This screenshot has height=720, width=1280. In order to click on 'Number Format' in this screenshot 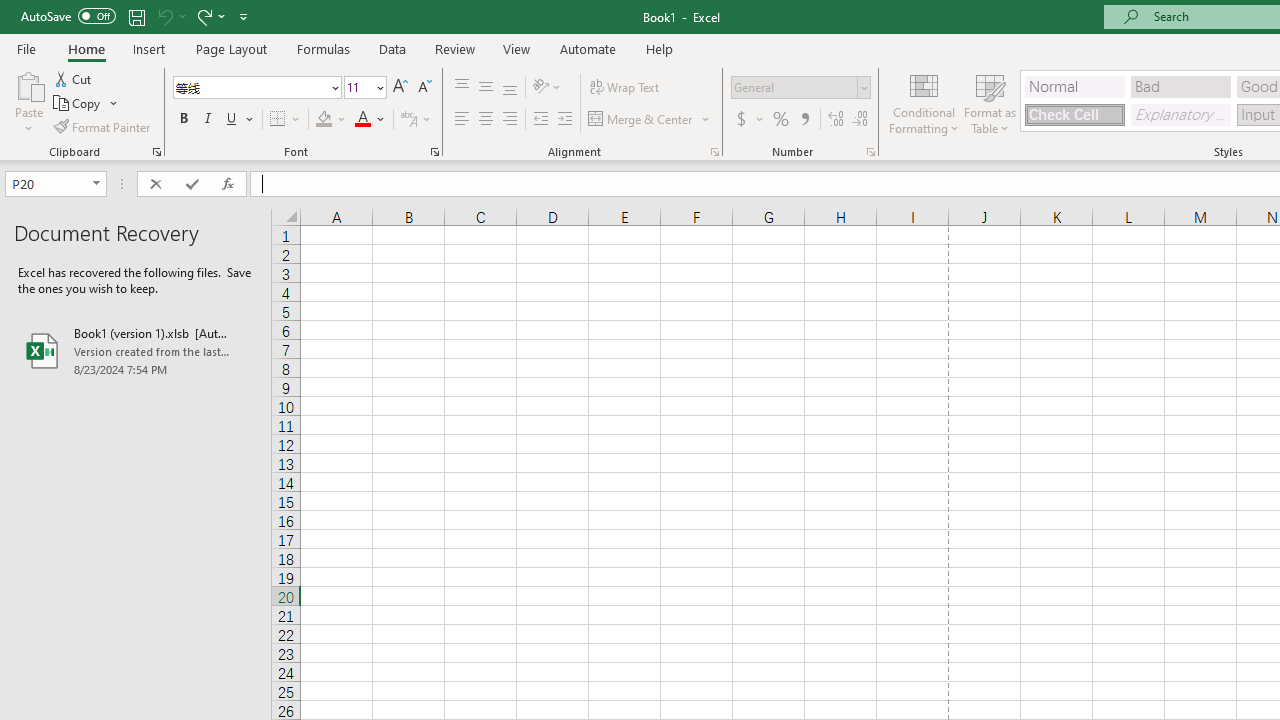, I will do `click(793, 86)`.